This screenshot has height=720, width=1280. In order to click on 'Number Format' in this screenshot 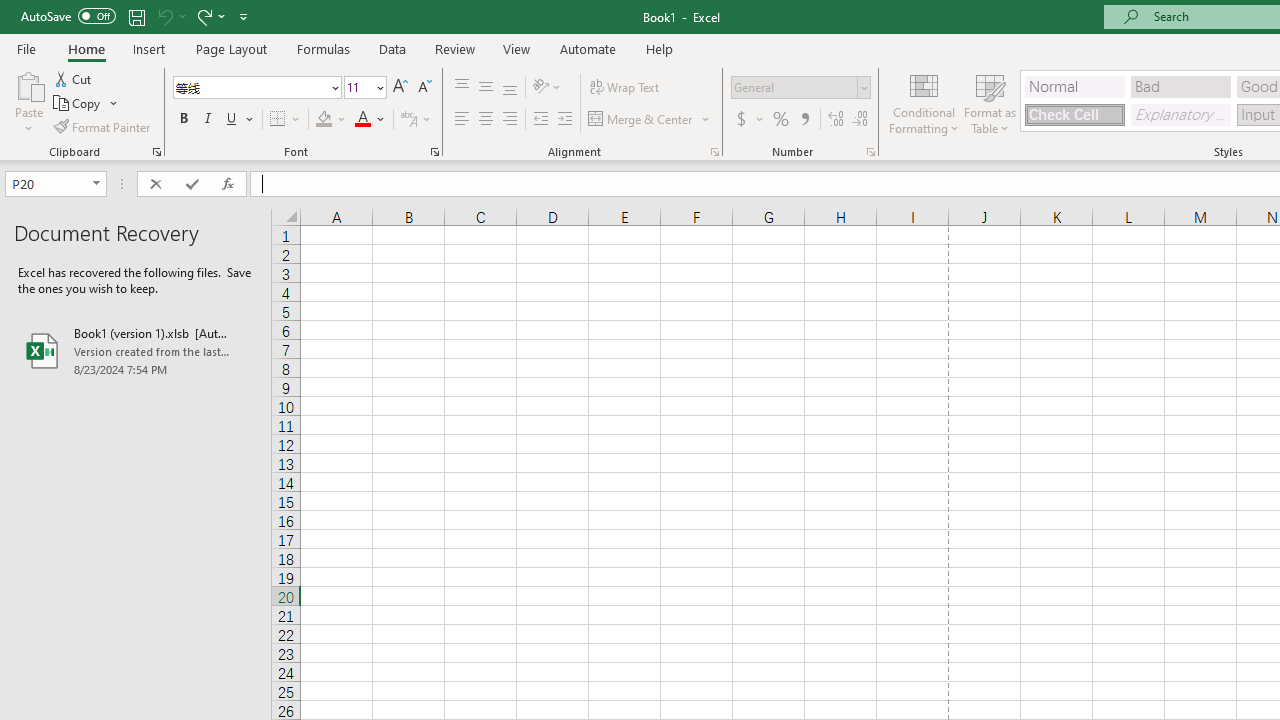, I will do `click(793, 86)`.